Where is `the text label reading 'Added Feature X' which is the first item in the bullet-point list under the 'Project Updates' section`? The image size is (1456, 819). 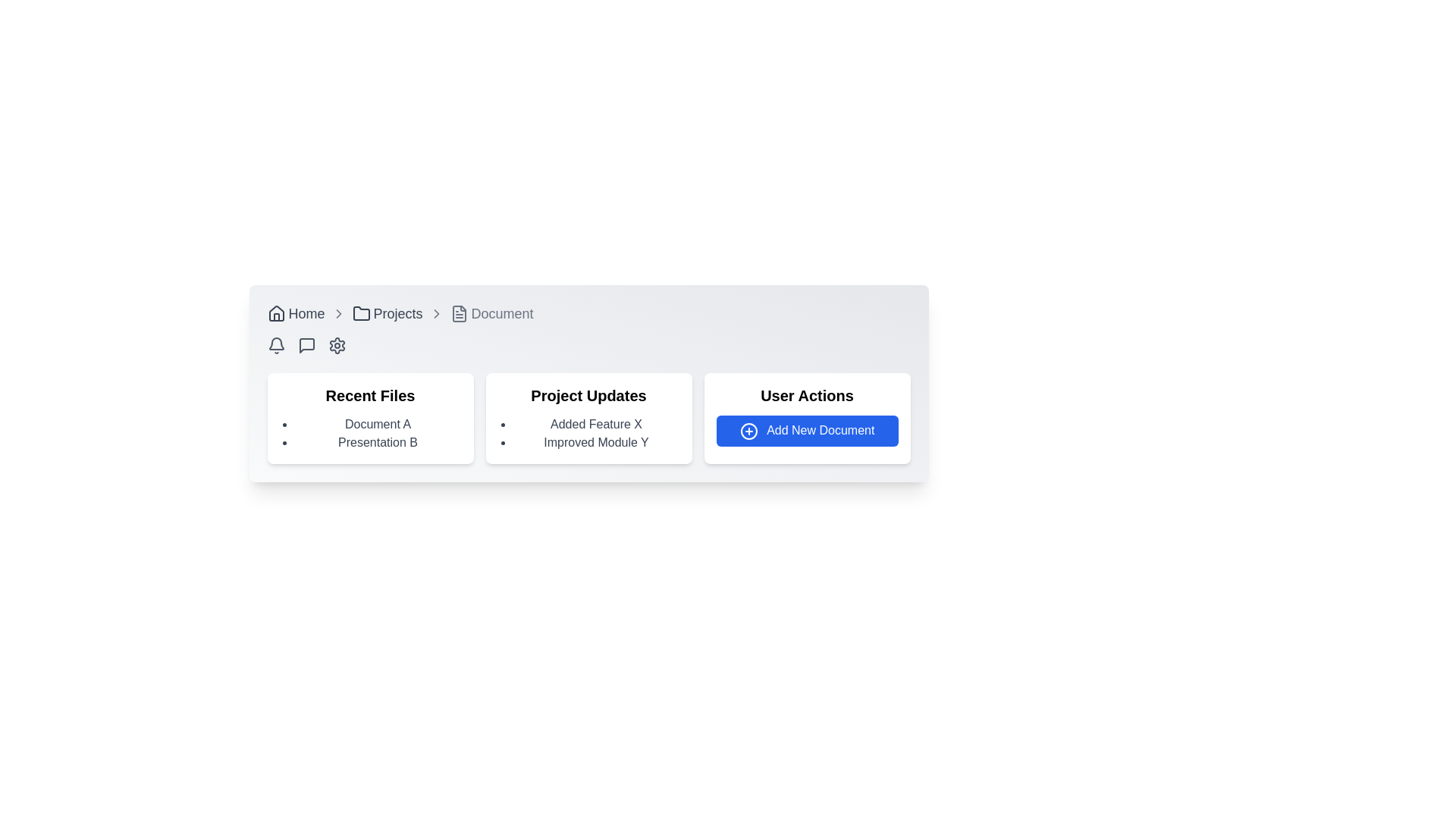
the text label reading 'Added Feature X' which is the first item in the bullet-point list under the 'Project Updates' section is located at coordinates (595, 424).